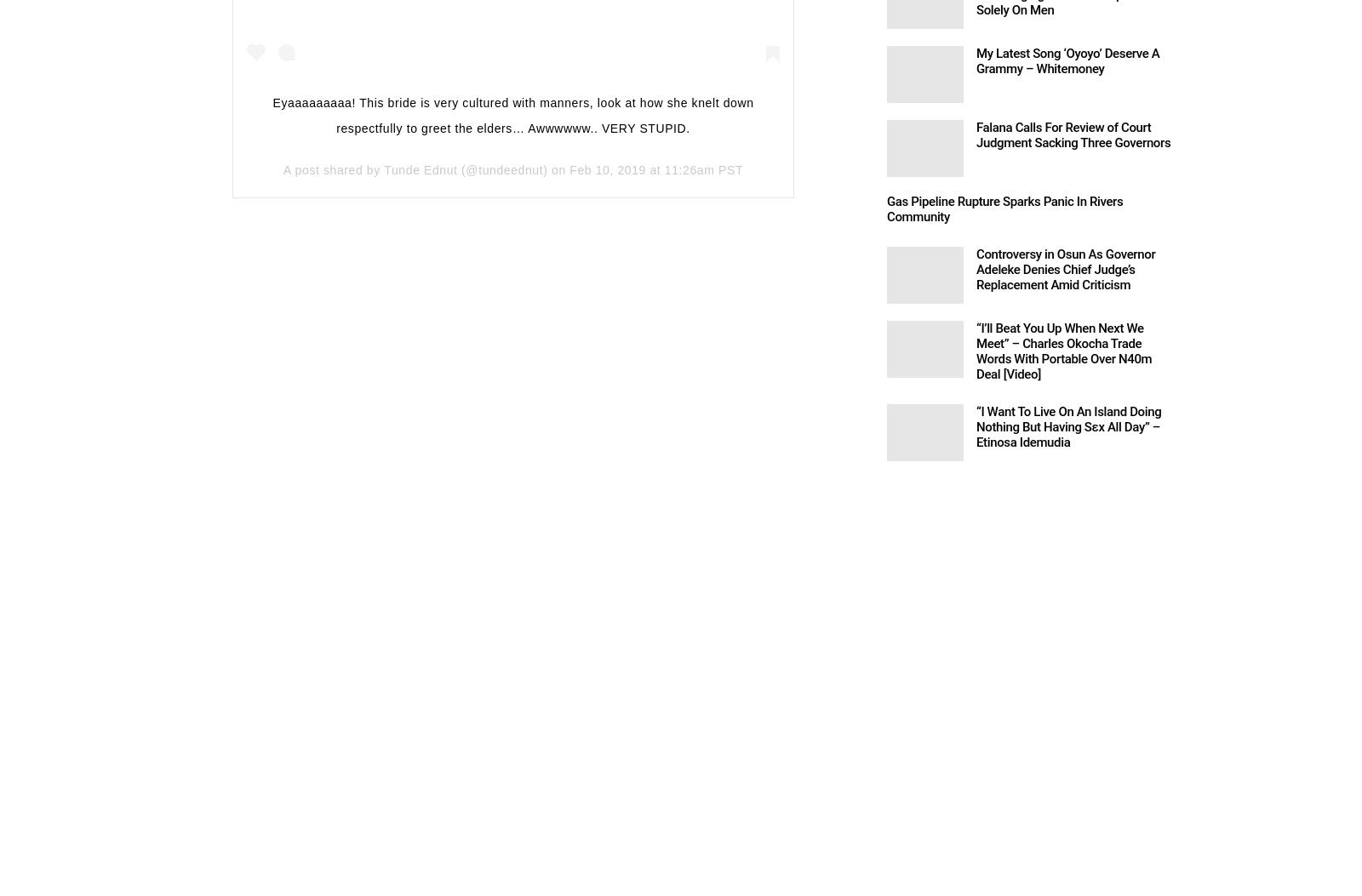 The image size is (1362, 896). What do you see at coordinates (656, 169) in the screenshot?
I see `'Feb 10, 2019 at 11:26am PST'` at bounding box center [656, 169].